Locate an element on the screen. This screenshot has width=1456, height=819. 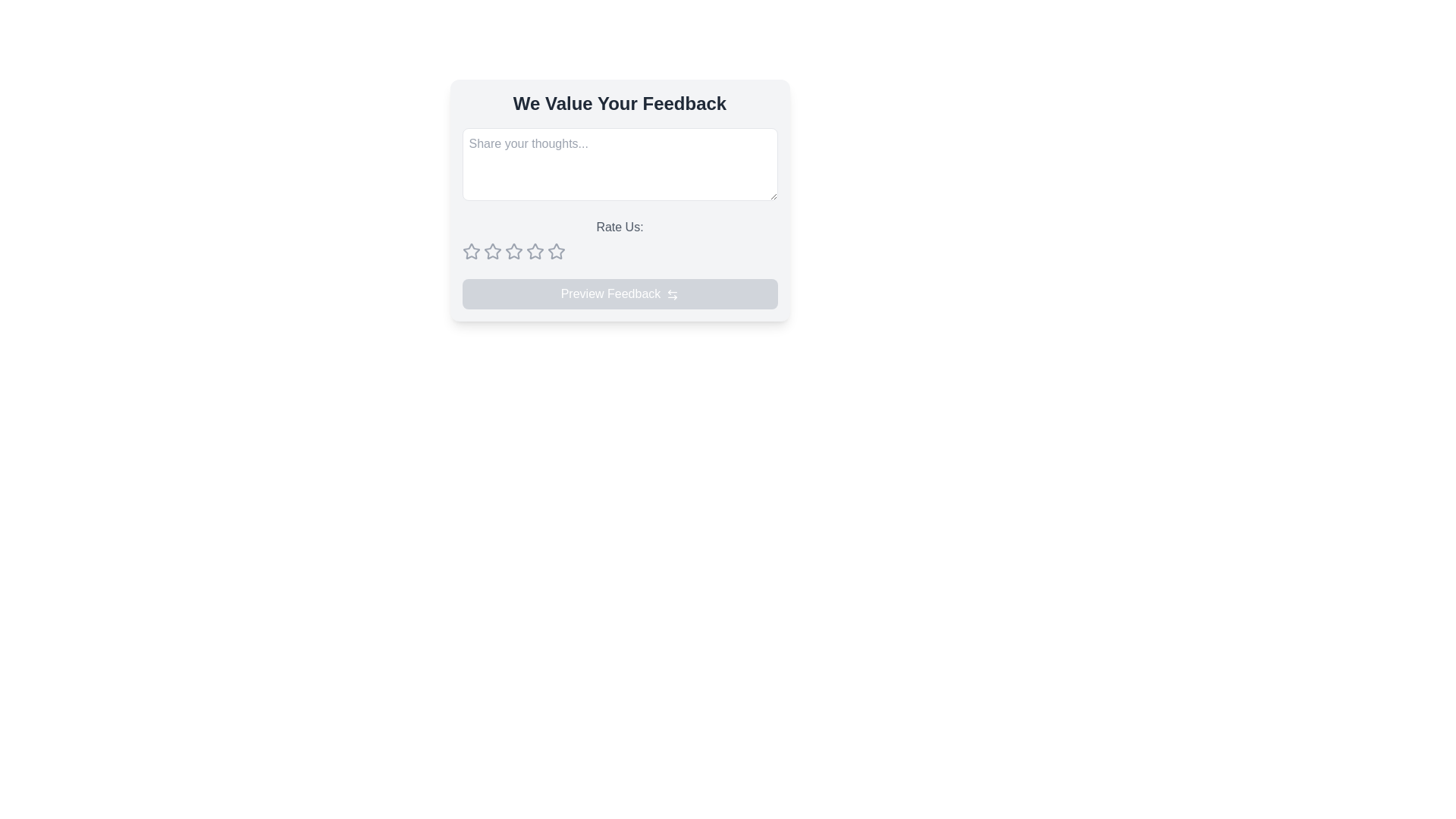
the second rating star icon located below the 'Rate Us' text area to assign a rating is located at coordinates (492, 250).